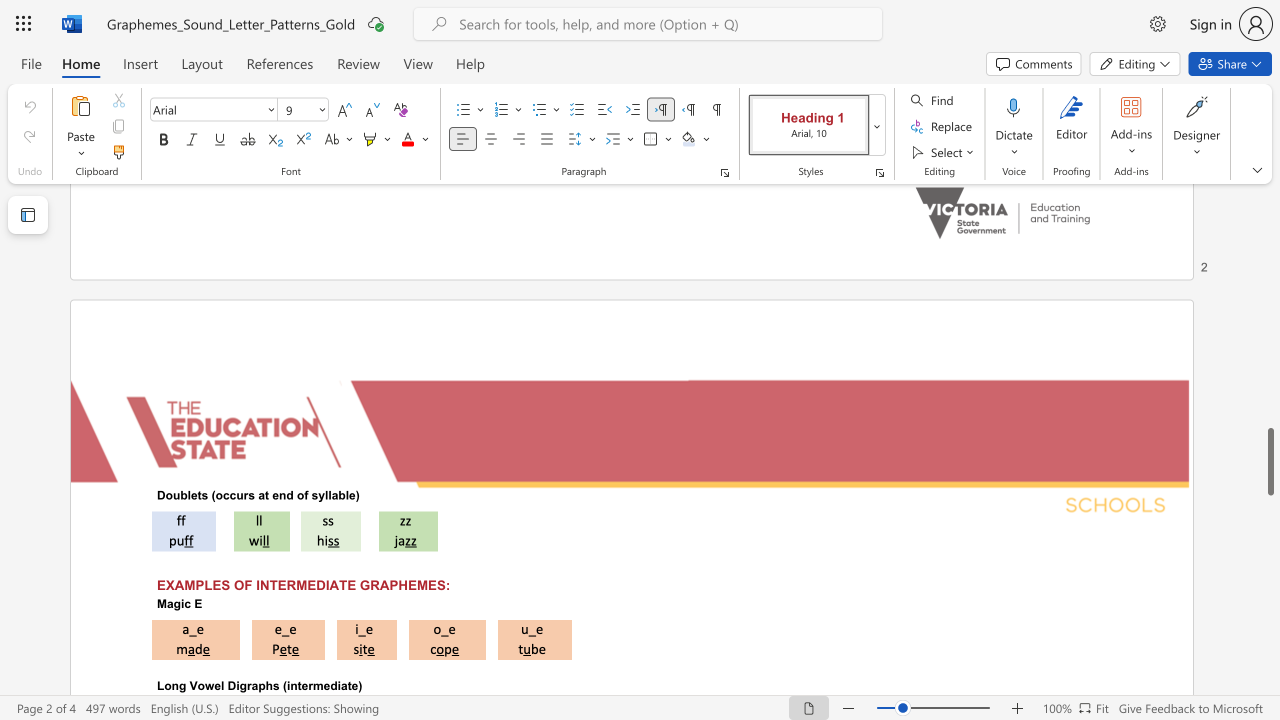  I want to click on the scrollbar to slide the page up, so click(1269, 280).